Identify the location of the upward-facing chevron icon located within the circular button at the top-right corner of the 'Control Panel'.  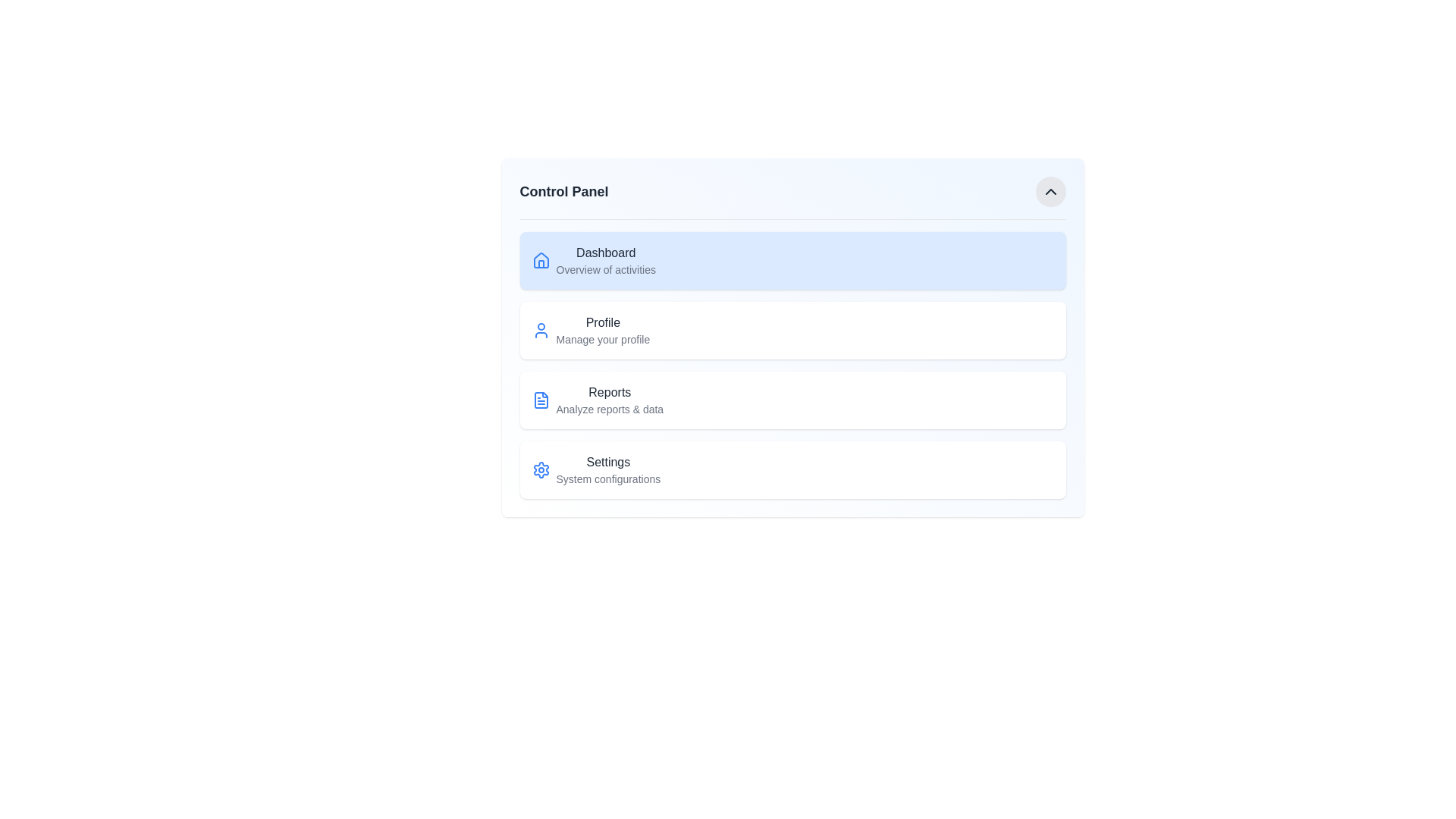
(1050, 191).